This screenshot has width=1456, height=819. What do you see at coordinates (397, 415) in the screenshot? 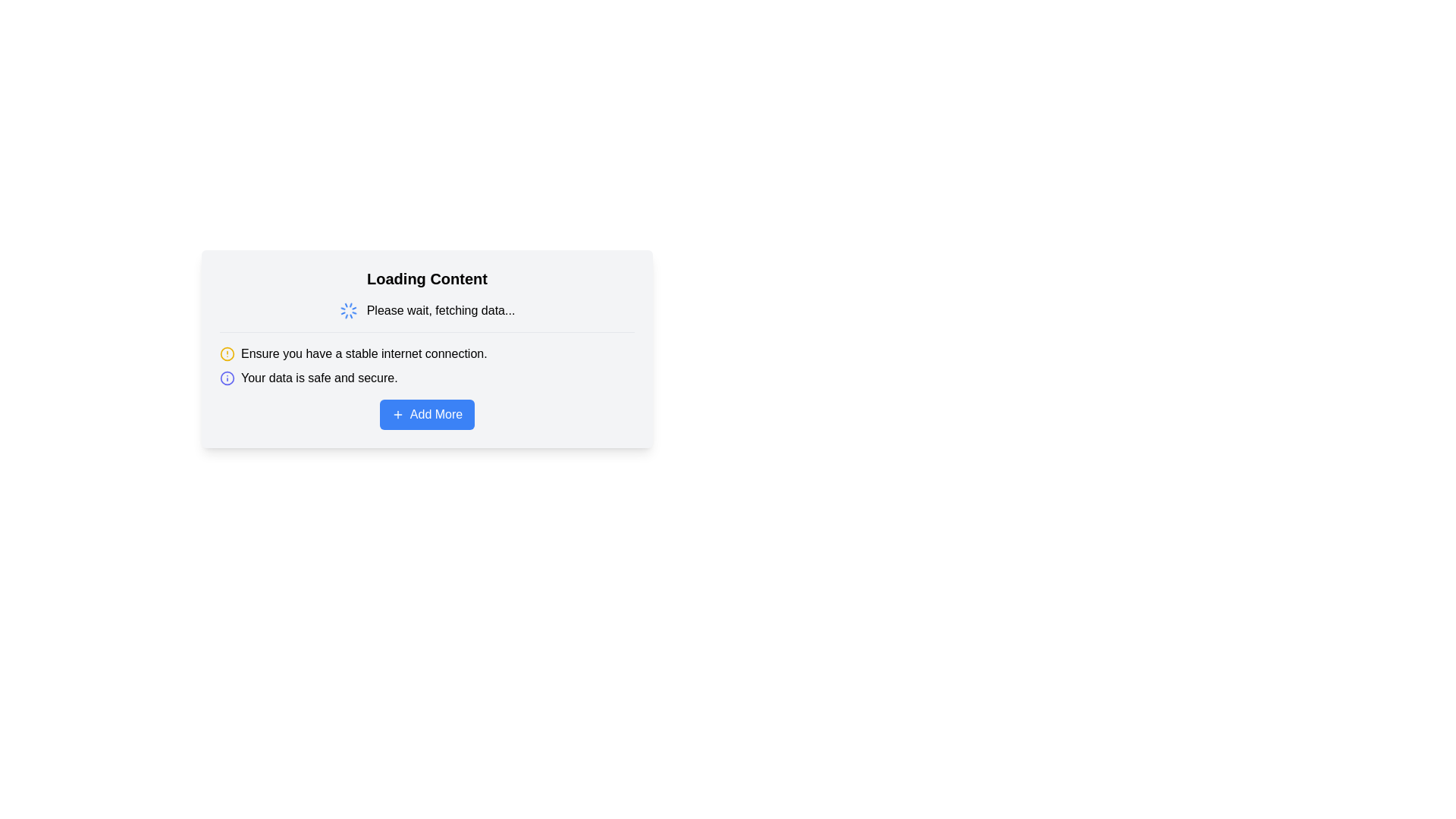
I see `the plus icon within the blue 'Add More' button` at bounding box center [397, 415].